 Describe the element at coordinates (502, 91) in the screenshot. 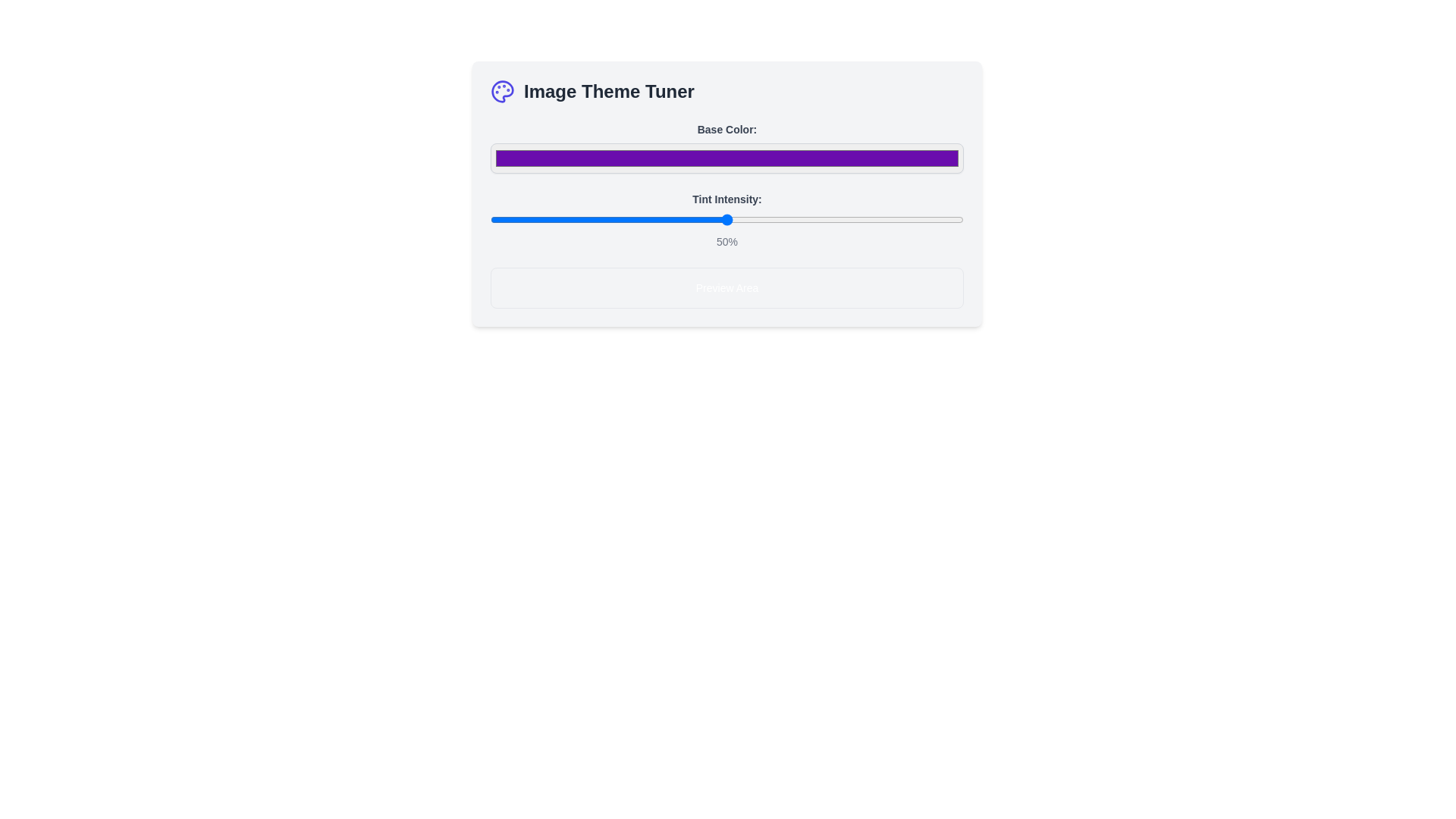

I see `the palette graphic icon located` at that location.